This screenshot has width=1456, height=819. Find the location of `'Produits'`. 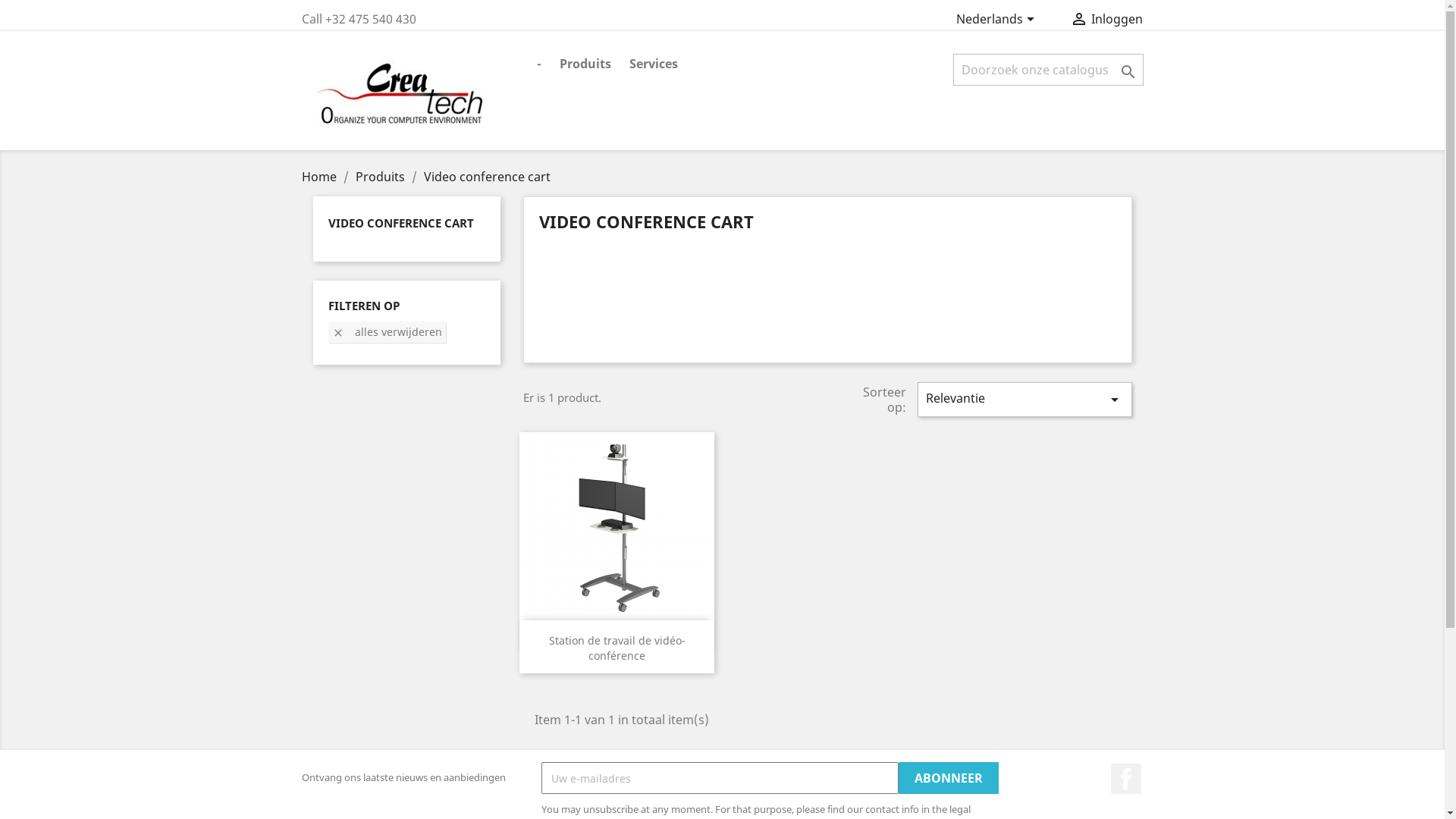

'Produits' is located at coordinates (585, 64).